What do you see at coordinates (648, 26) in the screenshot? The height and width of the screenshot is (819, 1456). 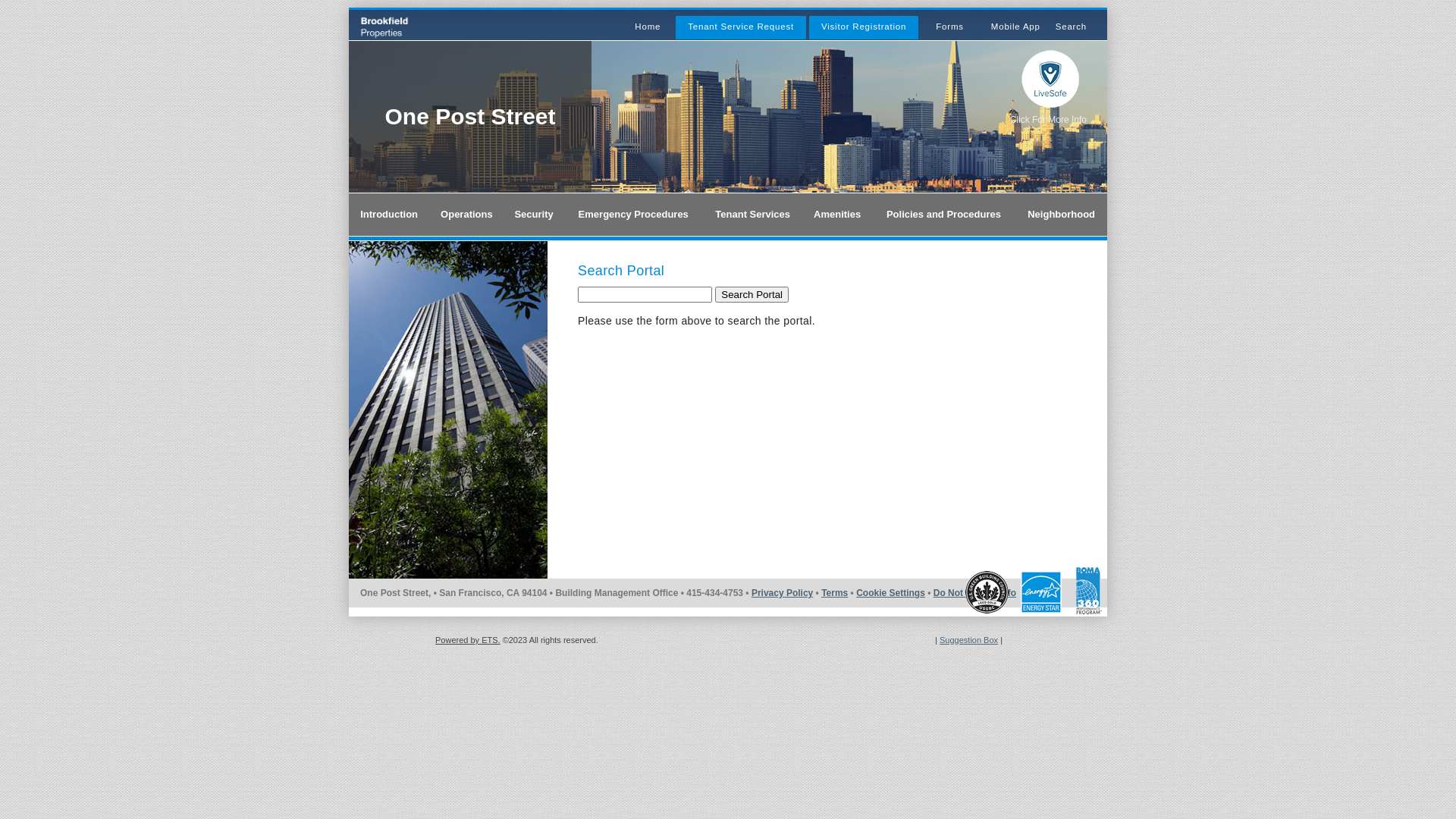 I see `'Home'` at bounding box center [648, 26].